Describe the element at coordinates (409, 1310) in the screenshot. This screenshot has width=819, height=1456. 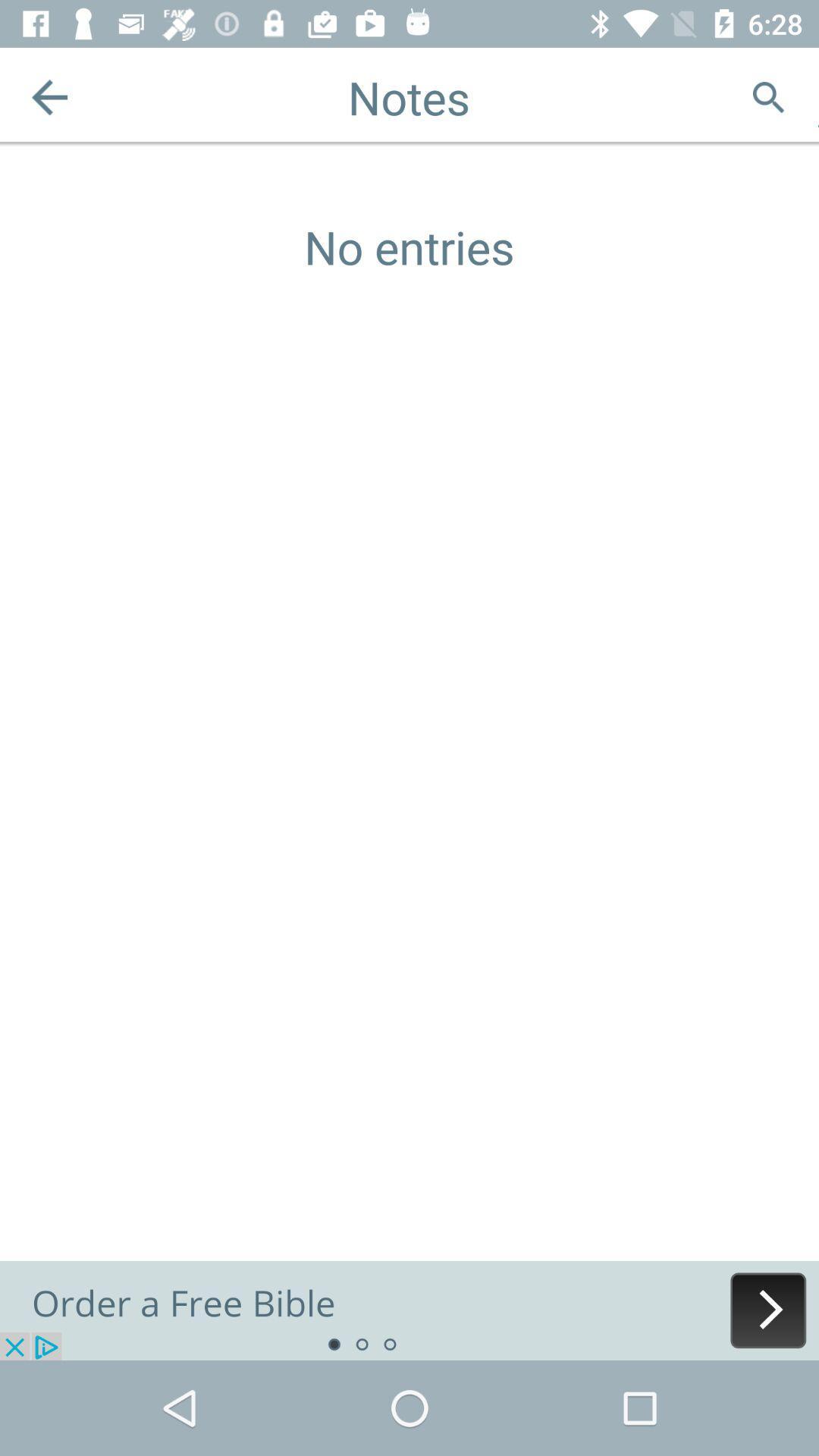
I see `n ote pad writer` at that location.